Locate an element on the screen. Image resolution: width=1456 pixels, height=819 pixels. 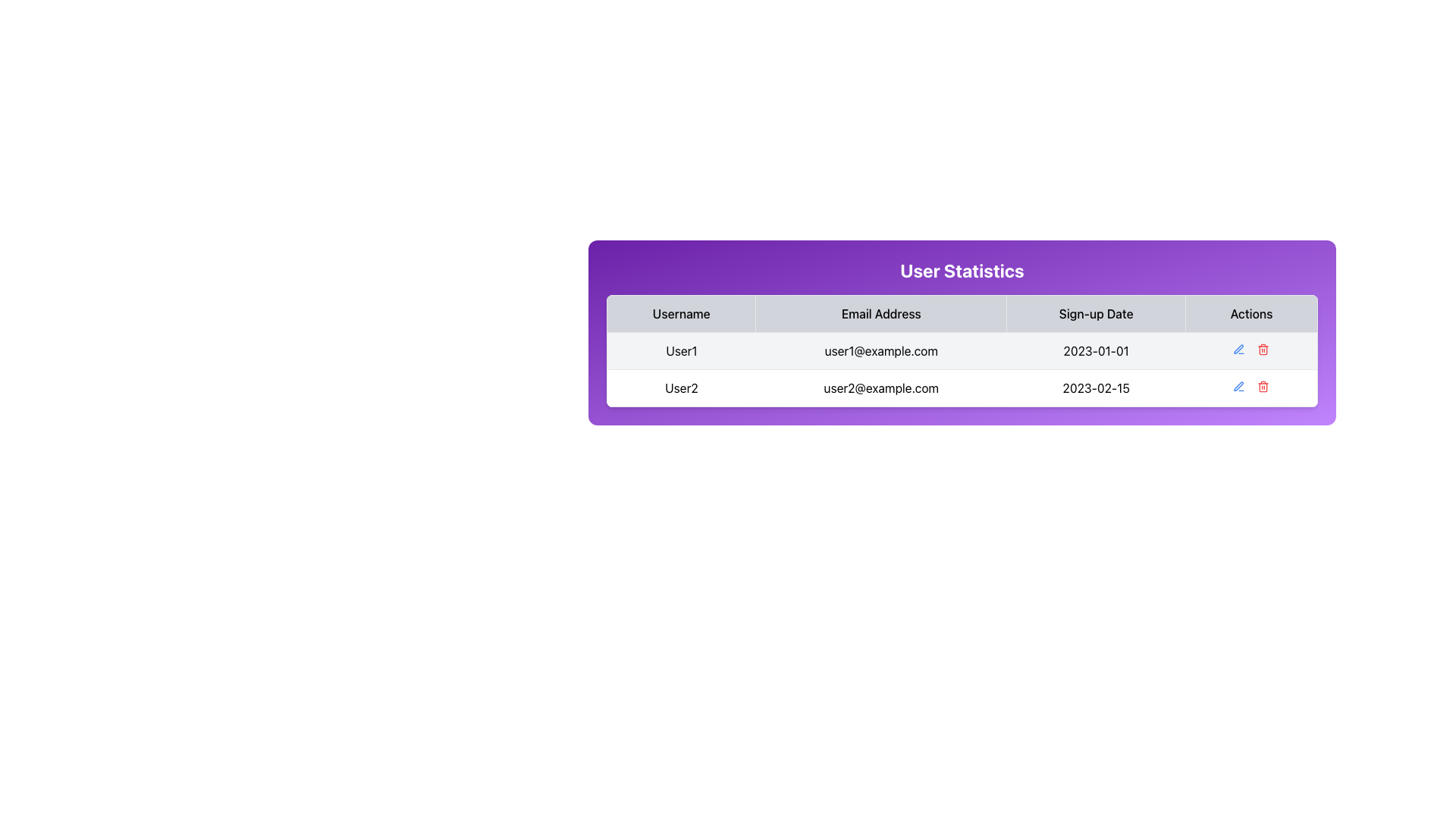
the pen icon used for editing data in the second row under the 'Actions' column corresponding to User2 for keyboard navigation is located at coordinates (1239, 385).